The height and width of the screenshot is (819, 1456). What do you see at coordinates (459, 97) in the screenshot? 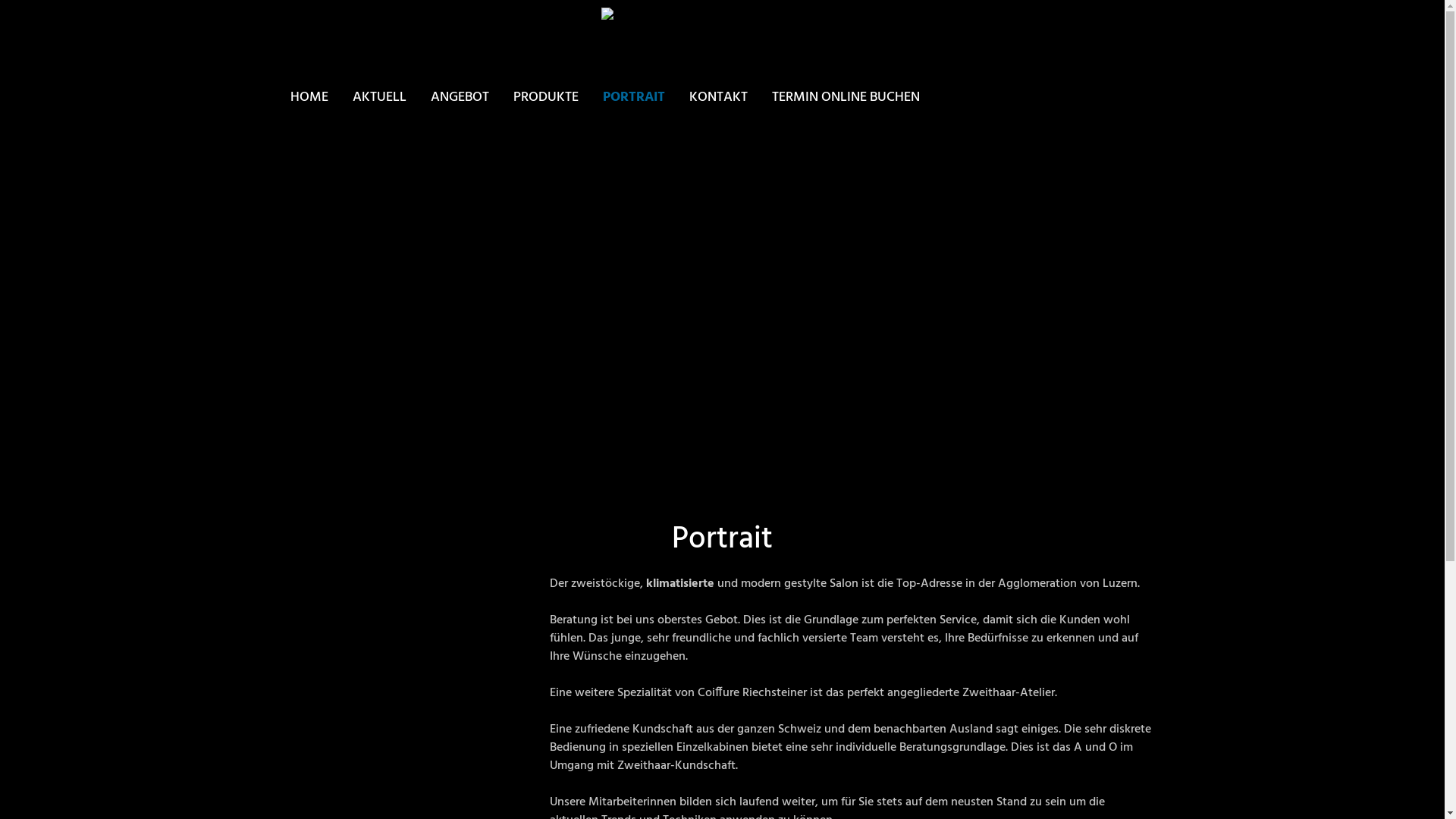
I see `'ANGEBOT'` at bounding box center [459, 97].